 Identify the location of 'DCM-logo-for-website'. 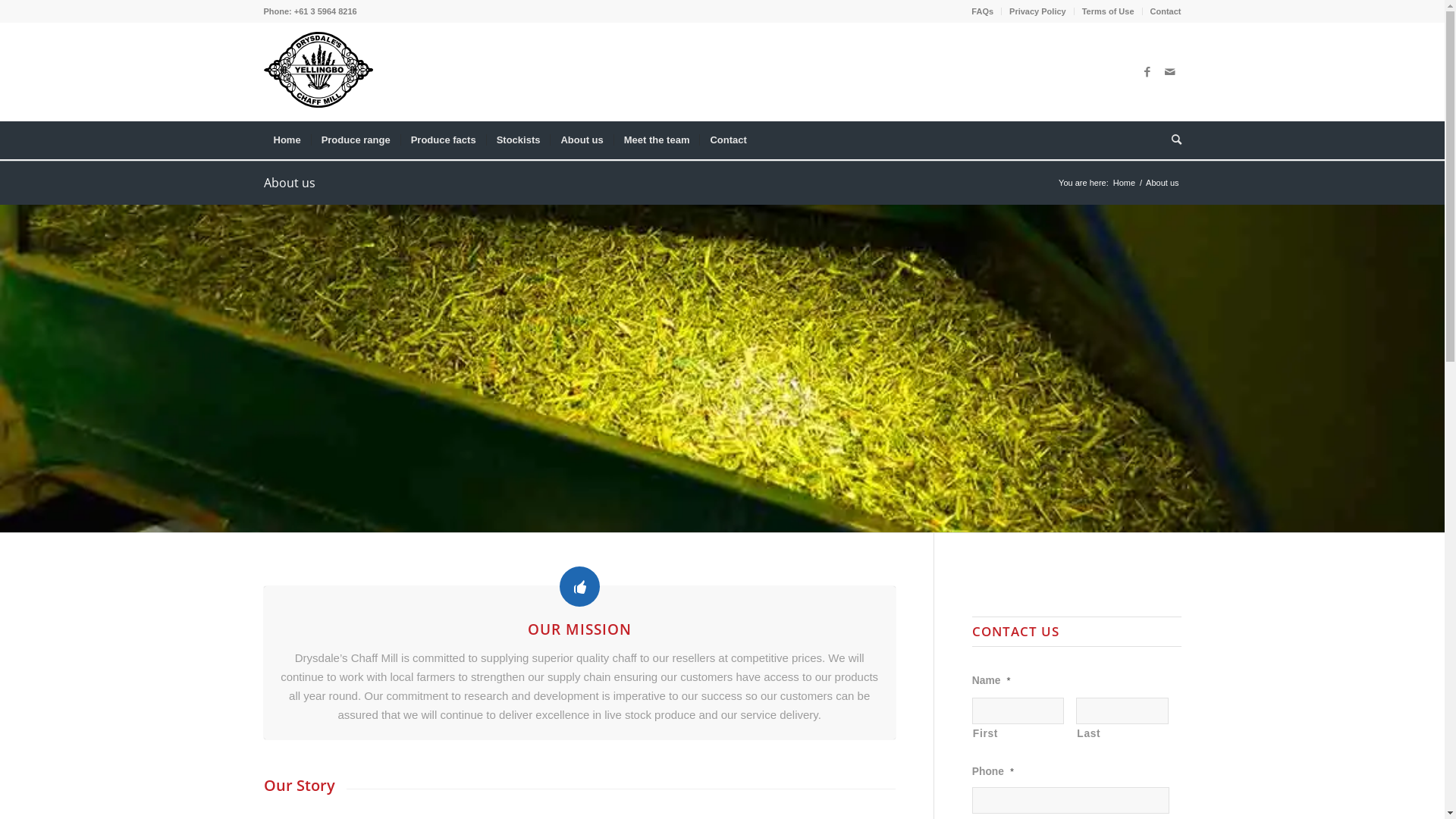
(318, 70).